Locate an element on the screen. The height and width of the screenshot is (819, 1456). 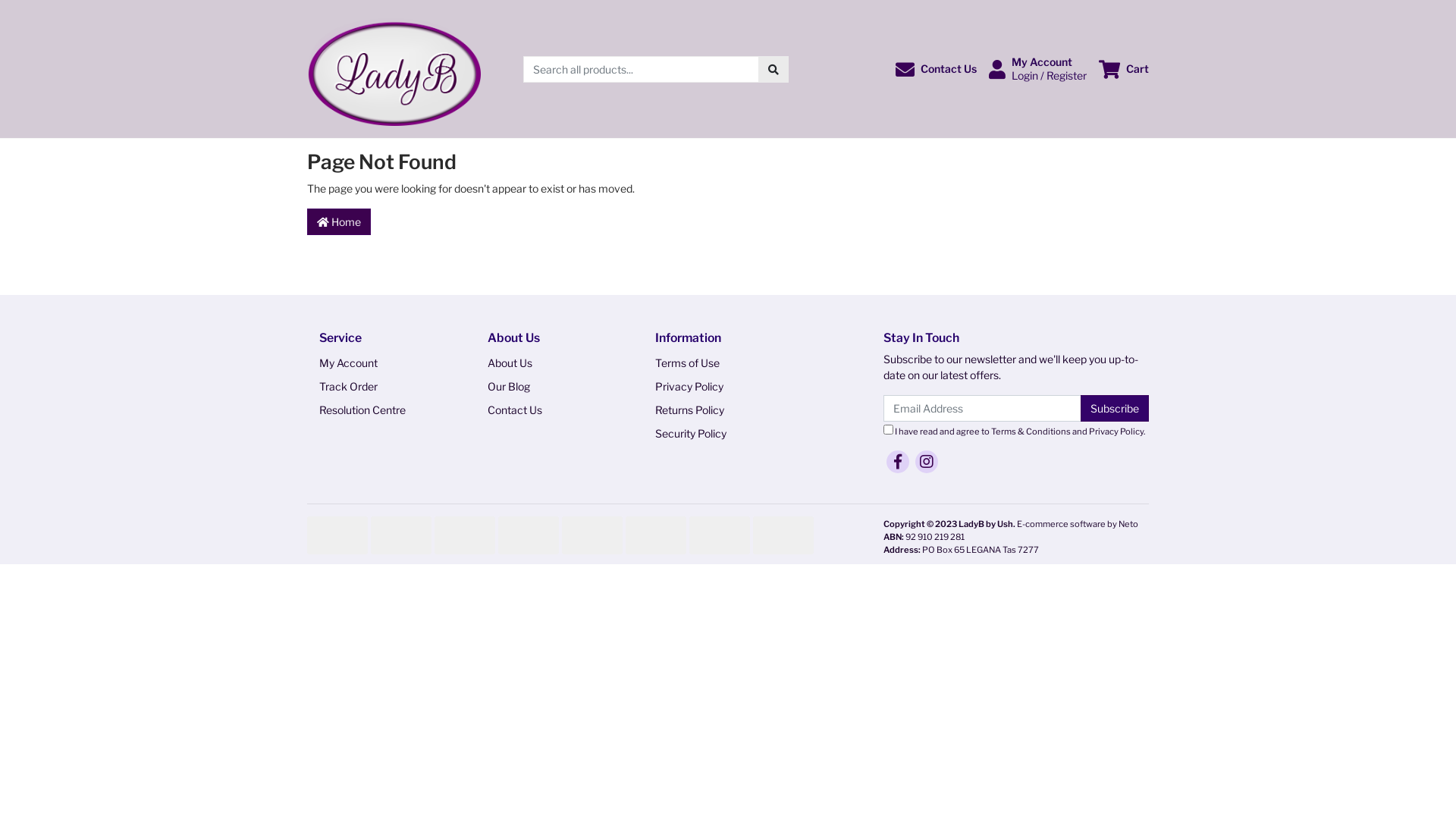
'Track Order' is located at coordinates (379, 385).